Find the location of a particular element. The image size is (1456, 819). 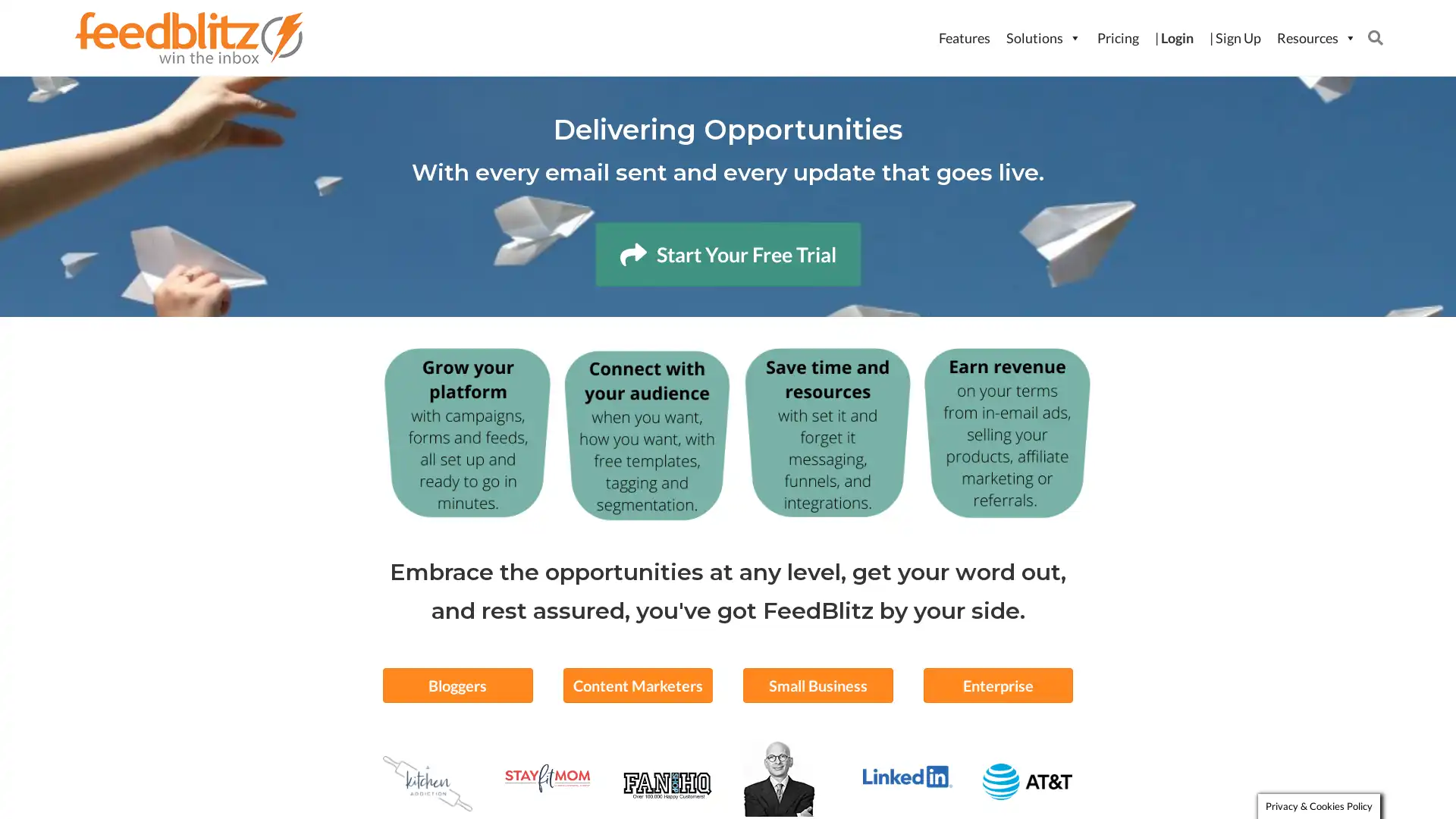

Enterprise is located at coordinates (997, 684).